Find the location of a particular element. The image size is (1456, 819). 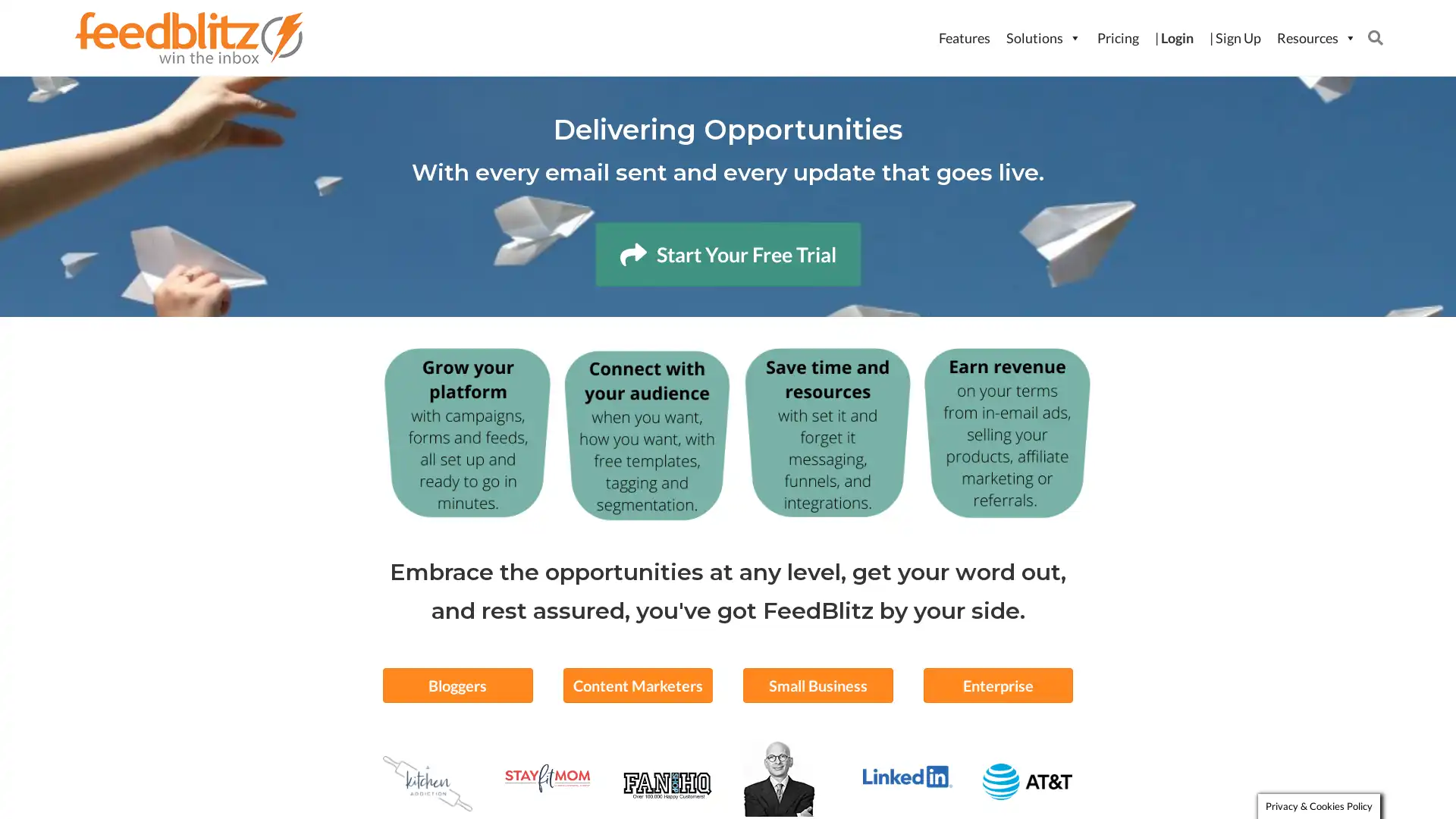

Enterprise is located at coordinates (997, 684).